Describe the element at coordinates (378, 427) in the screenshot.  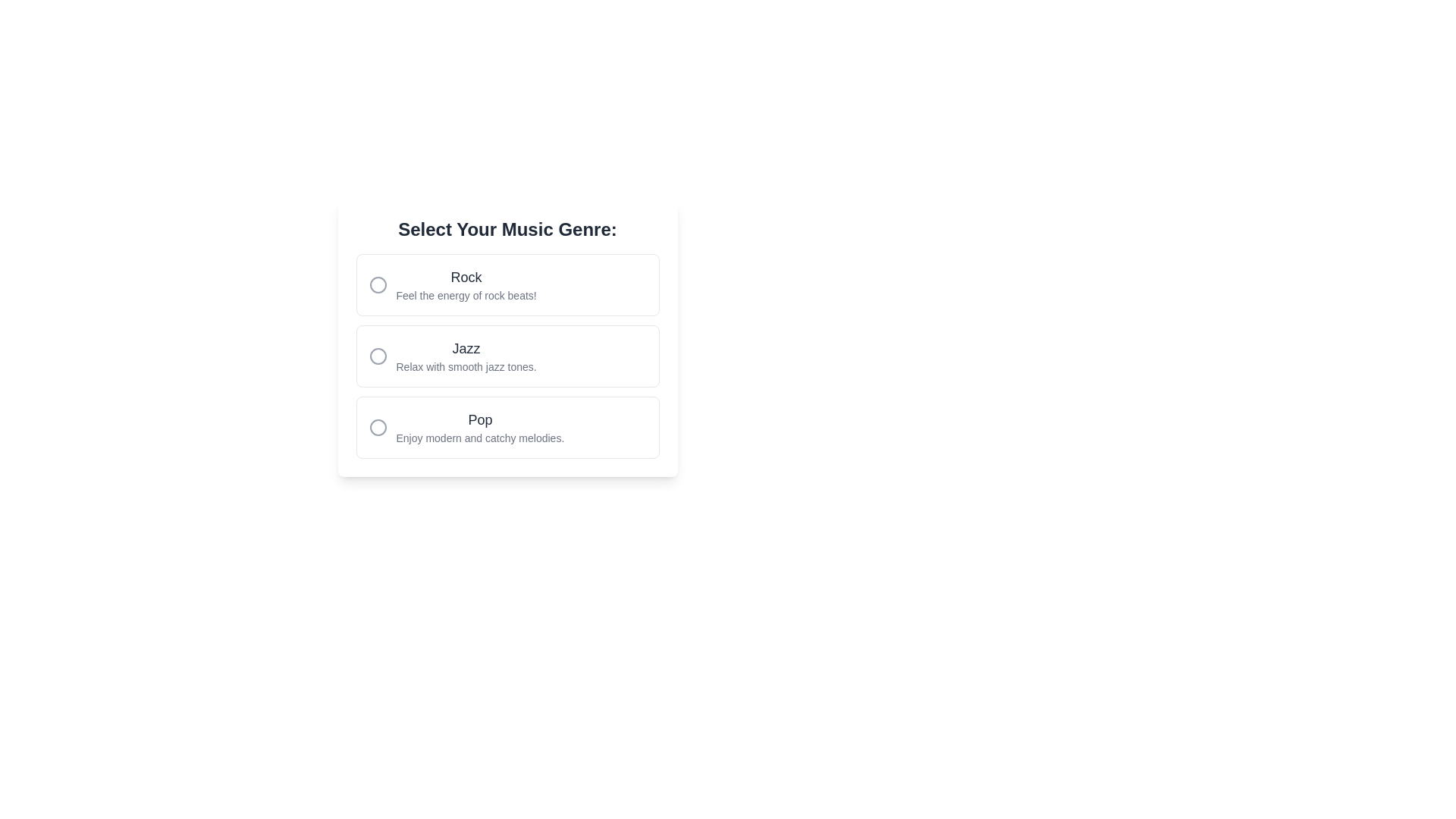
I see `the circle graphic element that represents the 'Pop' selection in the music genres radio button group` at that location.